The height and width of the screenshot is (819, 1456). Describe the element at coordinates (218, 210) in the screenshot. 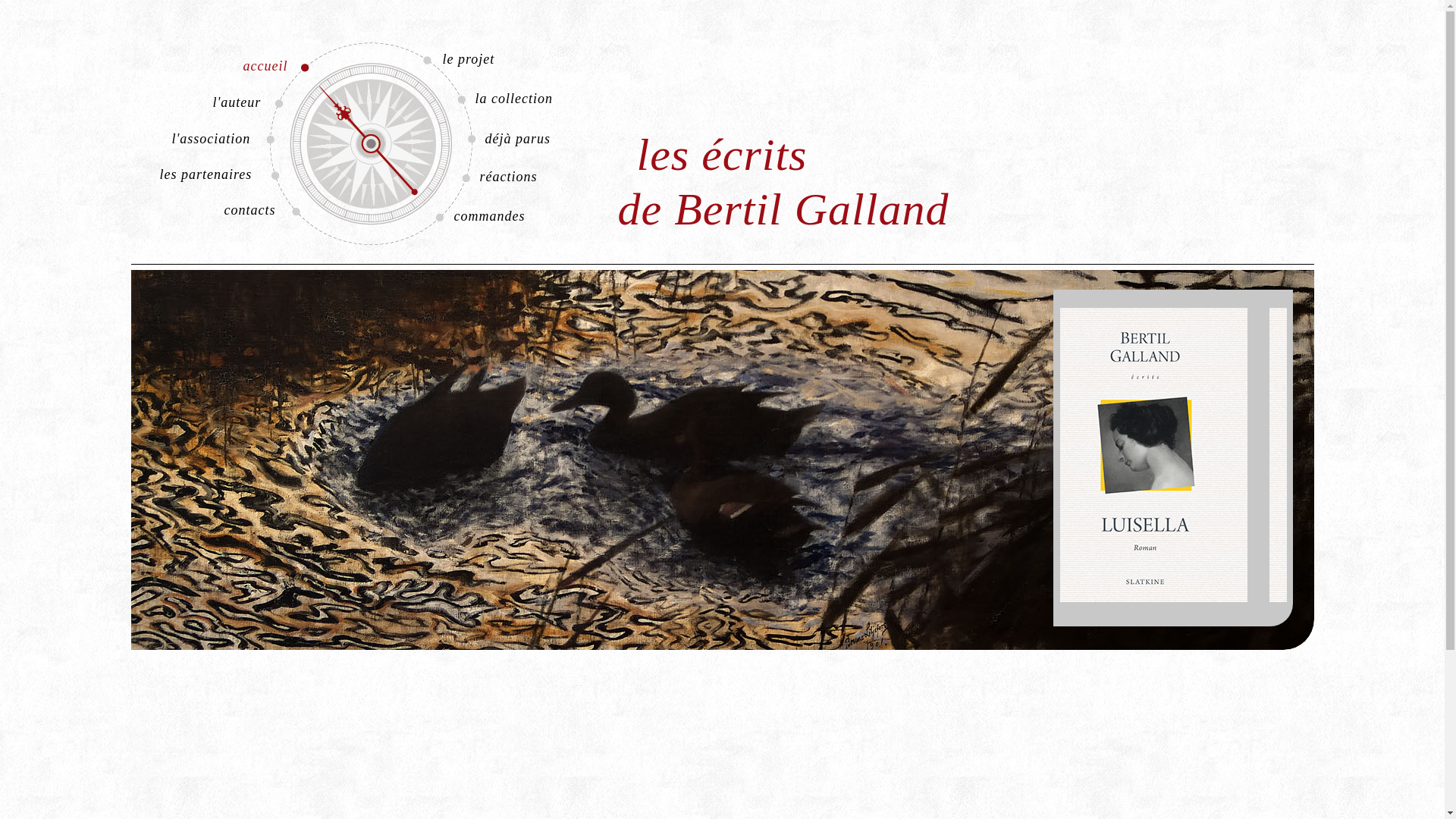

I see `'contacts'` at that location.